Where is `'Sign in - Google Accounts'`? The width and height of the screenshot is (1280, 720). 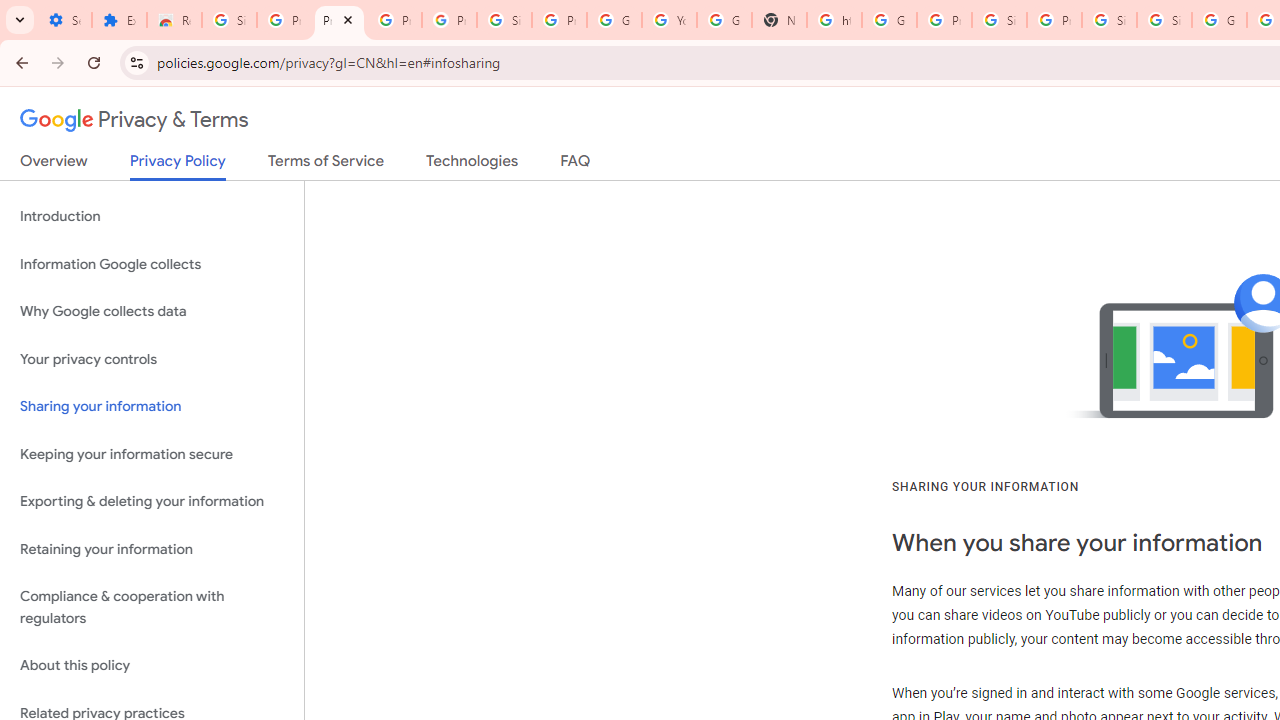
'Sign in - Google Accounts' is located at coordinates (1108, 20).